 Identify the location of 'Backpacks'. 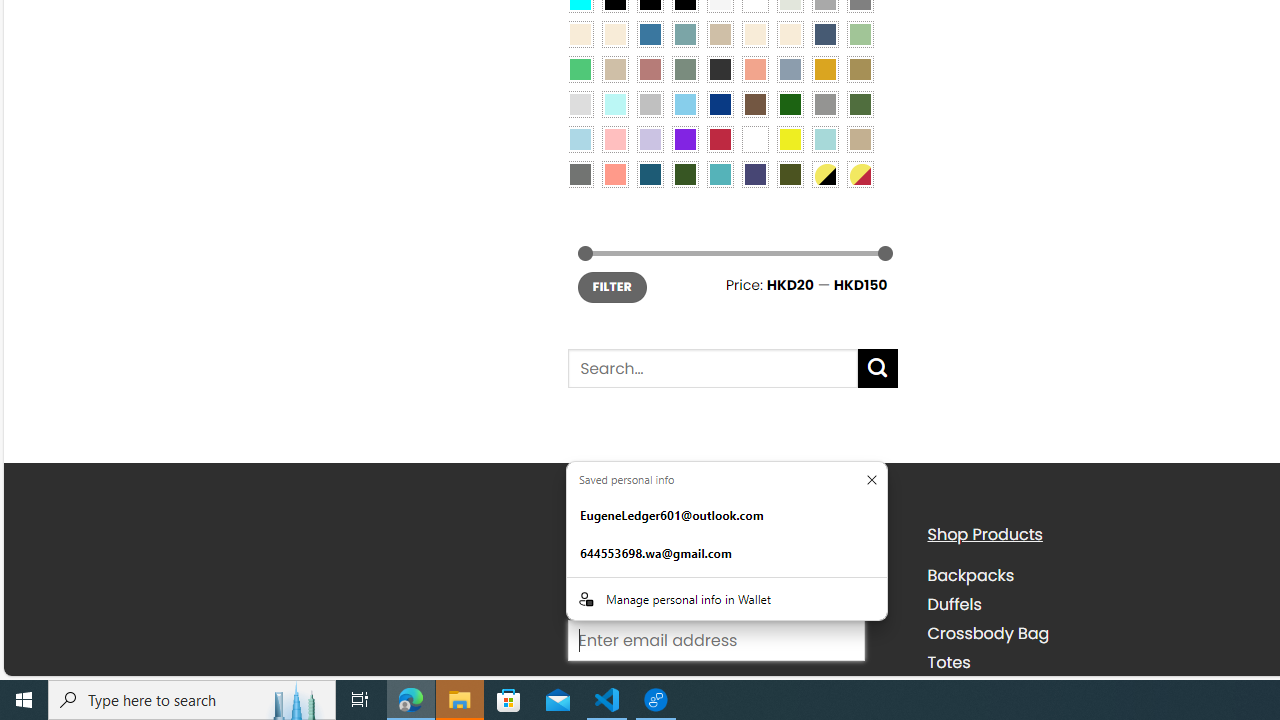
(970, 576).